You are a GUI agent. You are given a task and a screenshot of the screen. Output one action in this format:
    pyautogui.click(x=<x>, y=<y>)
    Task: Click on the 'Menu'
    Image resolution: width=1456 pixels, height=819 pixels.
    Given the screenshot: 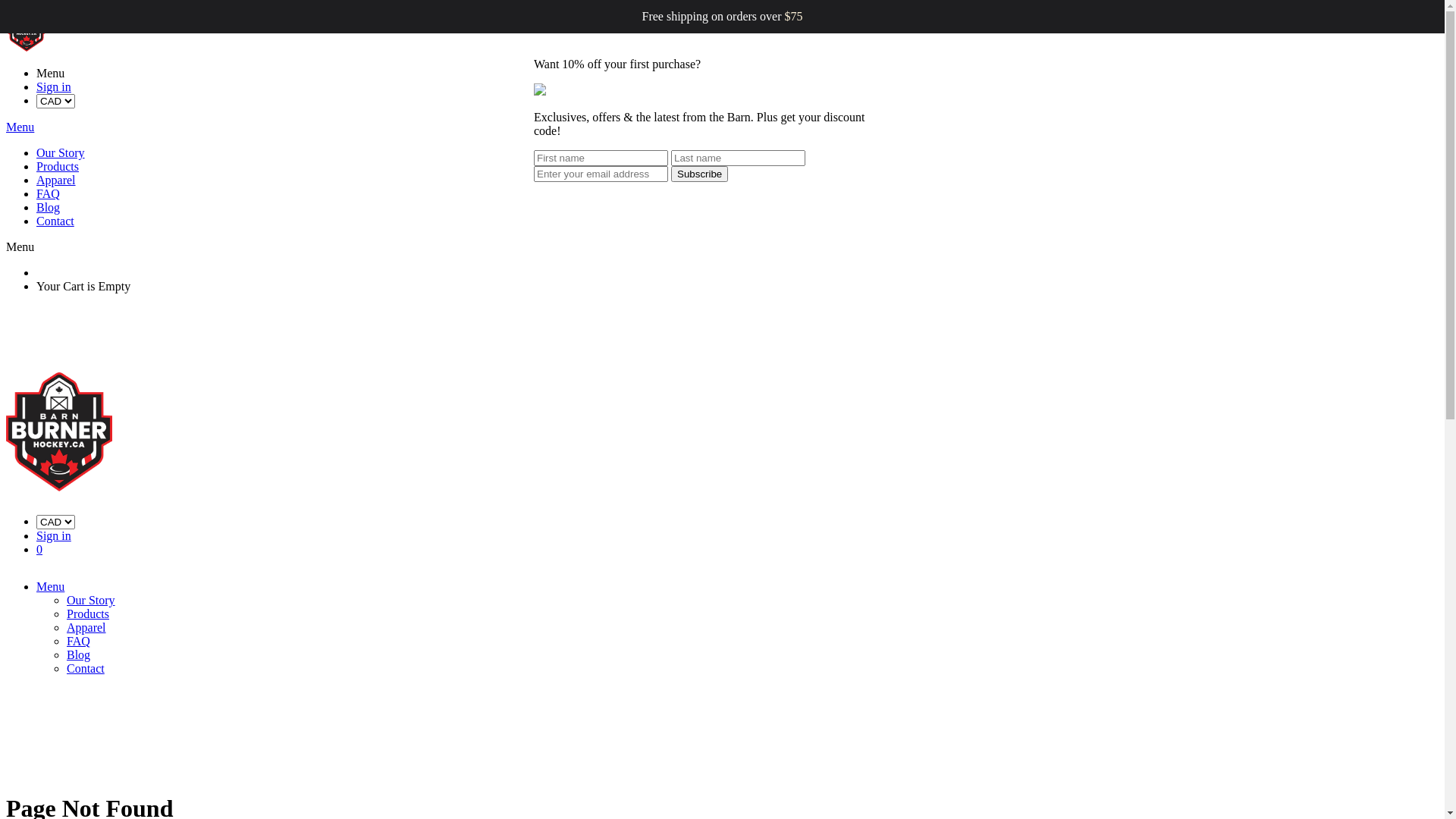 What is the action you would take?
    pyautogui.click(x=36, y=585)
    